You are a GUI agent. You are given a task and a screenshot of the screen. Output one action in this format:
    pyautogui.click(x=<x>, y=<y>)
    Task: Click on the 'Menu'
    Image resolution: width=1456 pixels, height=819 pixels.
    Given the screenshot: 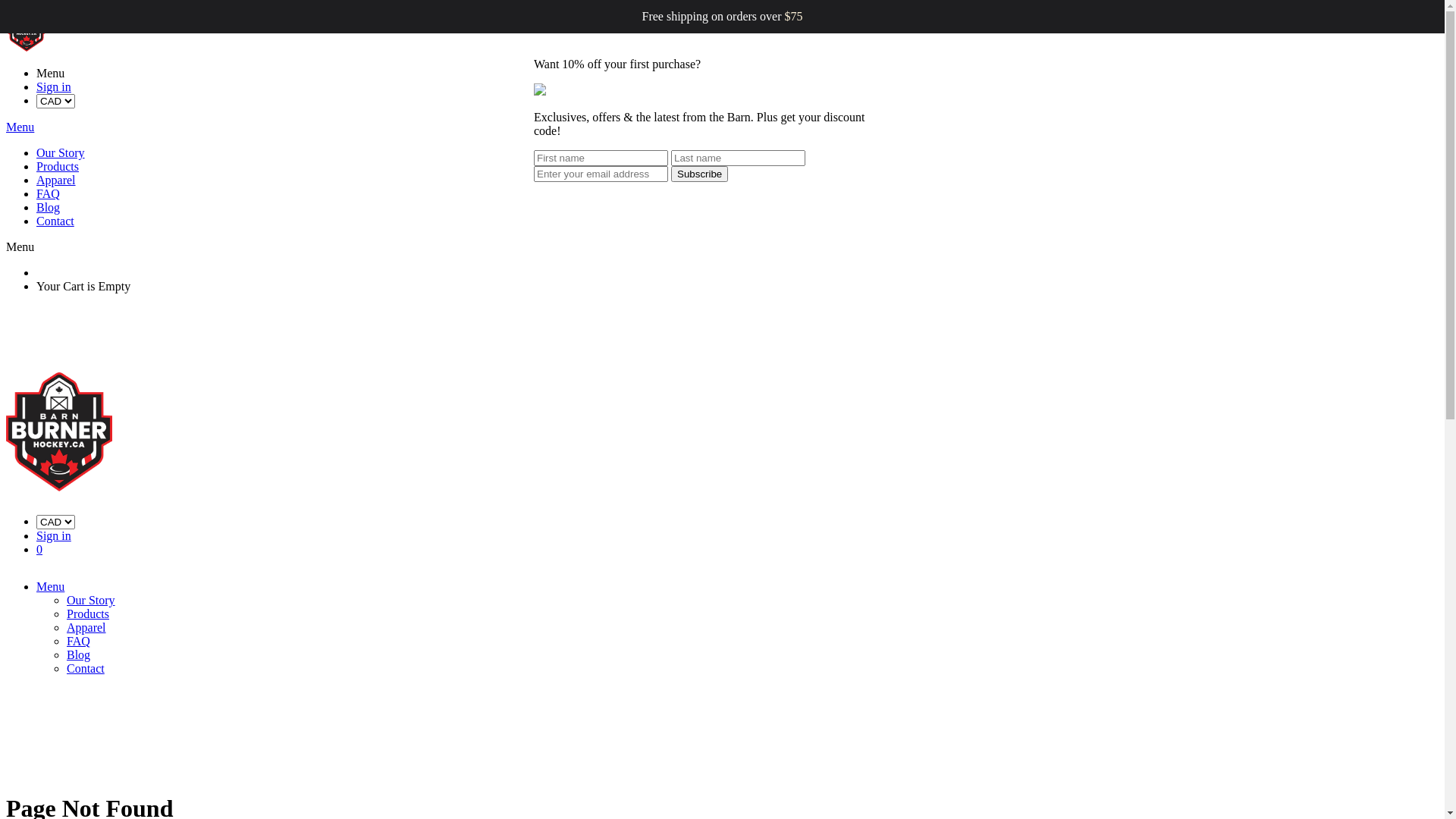 What is the action you would take?
    pyautogui.click(x=36, y=585)
    